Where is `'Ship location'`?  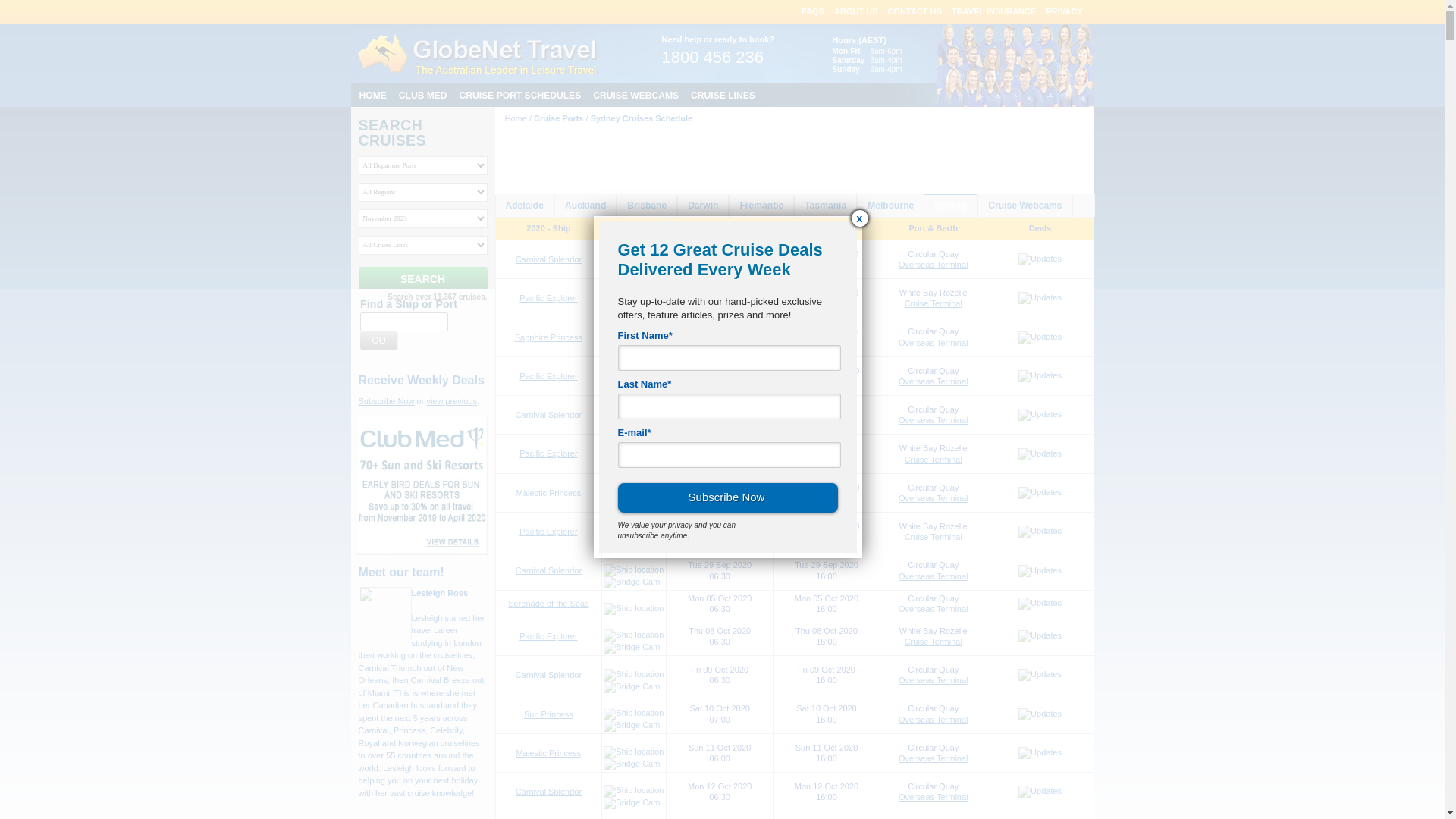
'Ship location' is located at coordinates (603, 674).